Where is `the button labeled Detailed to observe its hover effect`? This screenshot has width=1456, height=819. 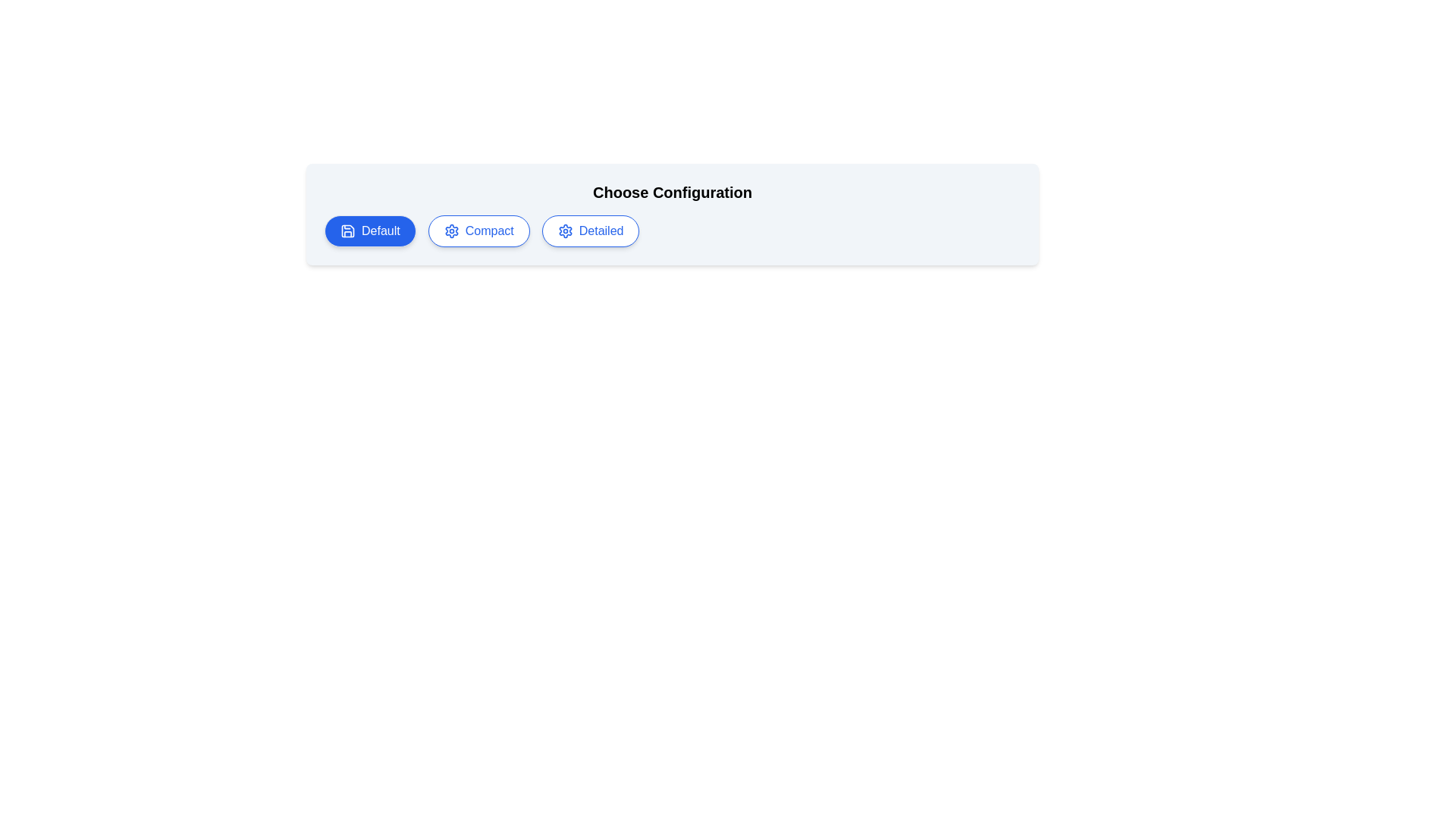 the button labeled Detailed to observe its hover effect is located at coordinates (590, 231).